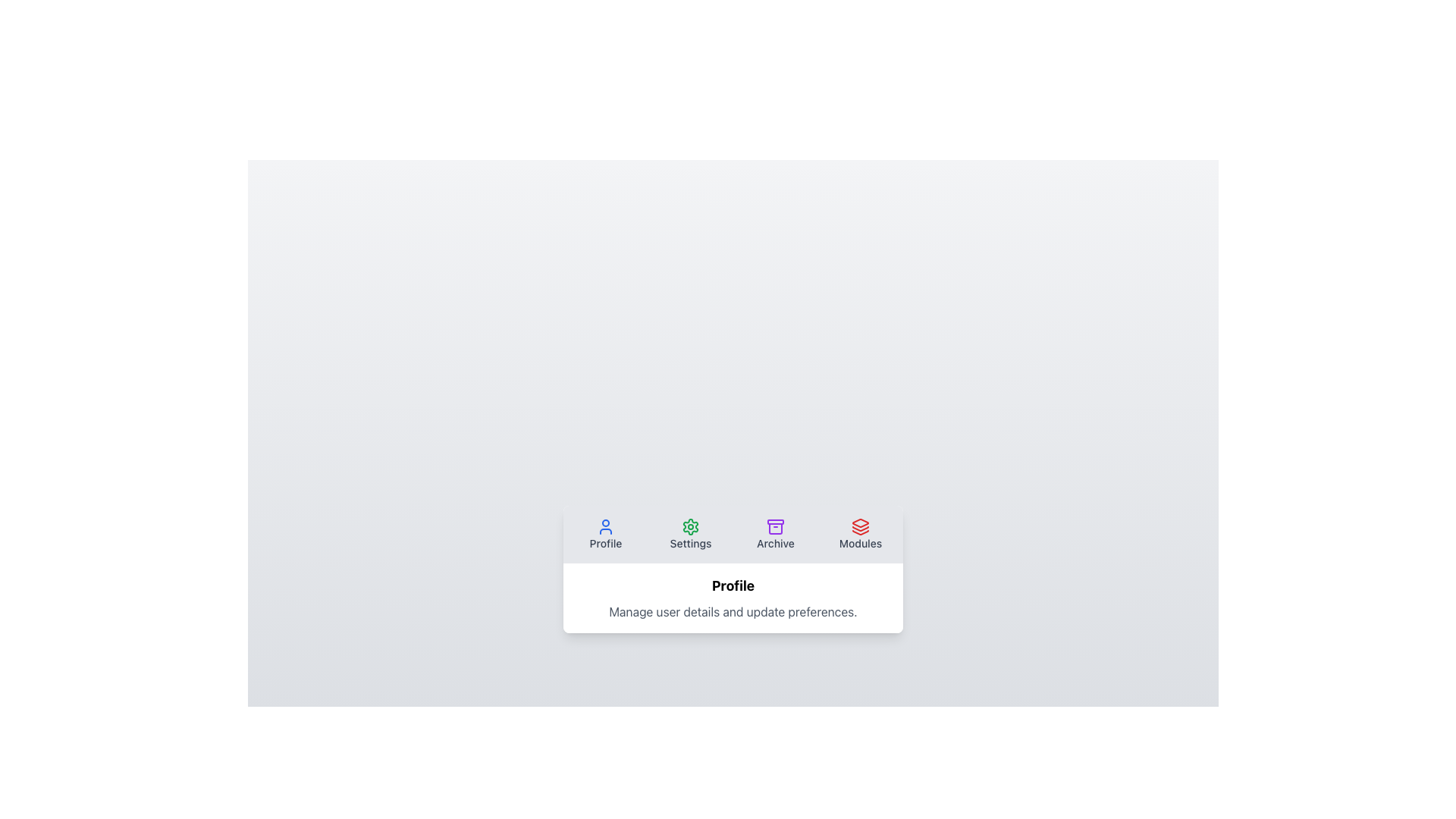 This screenshot has width=1456, height=819. Describe the element at coordinates (690, 526) in the screenshot. I see `the gear icon with green outlines, located in the second icon group of the horizontal navigation bar` at that location.